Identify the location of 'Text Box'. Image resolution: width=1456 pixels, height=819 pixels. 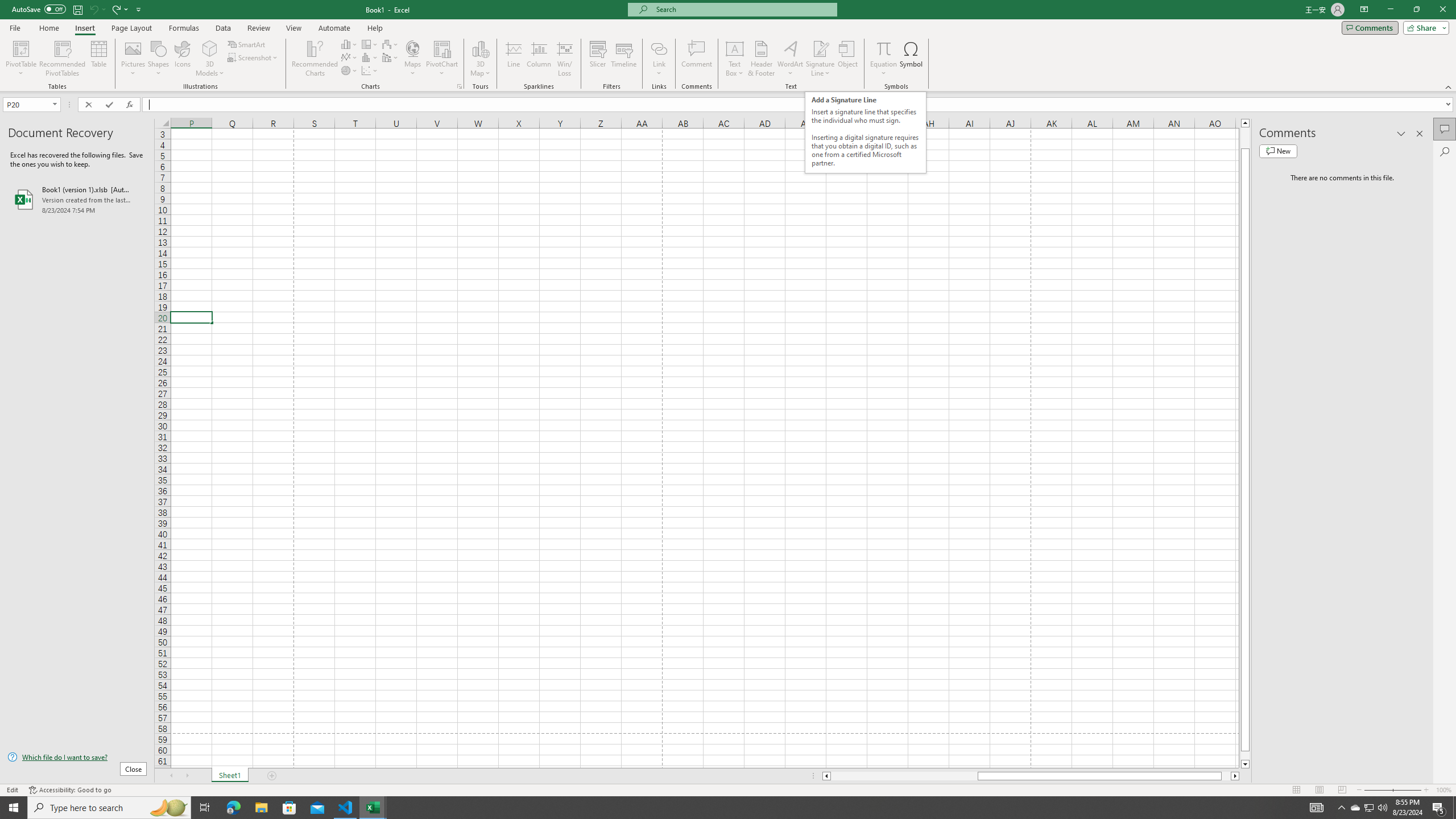
(734, 59).